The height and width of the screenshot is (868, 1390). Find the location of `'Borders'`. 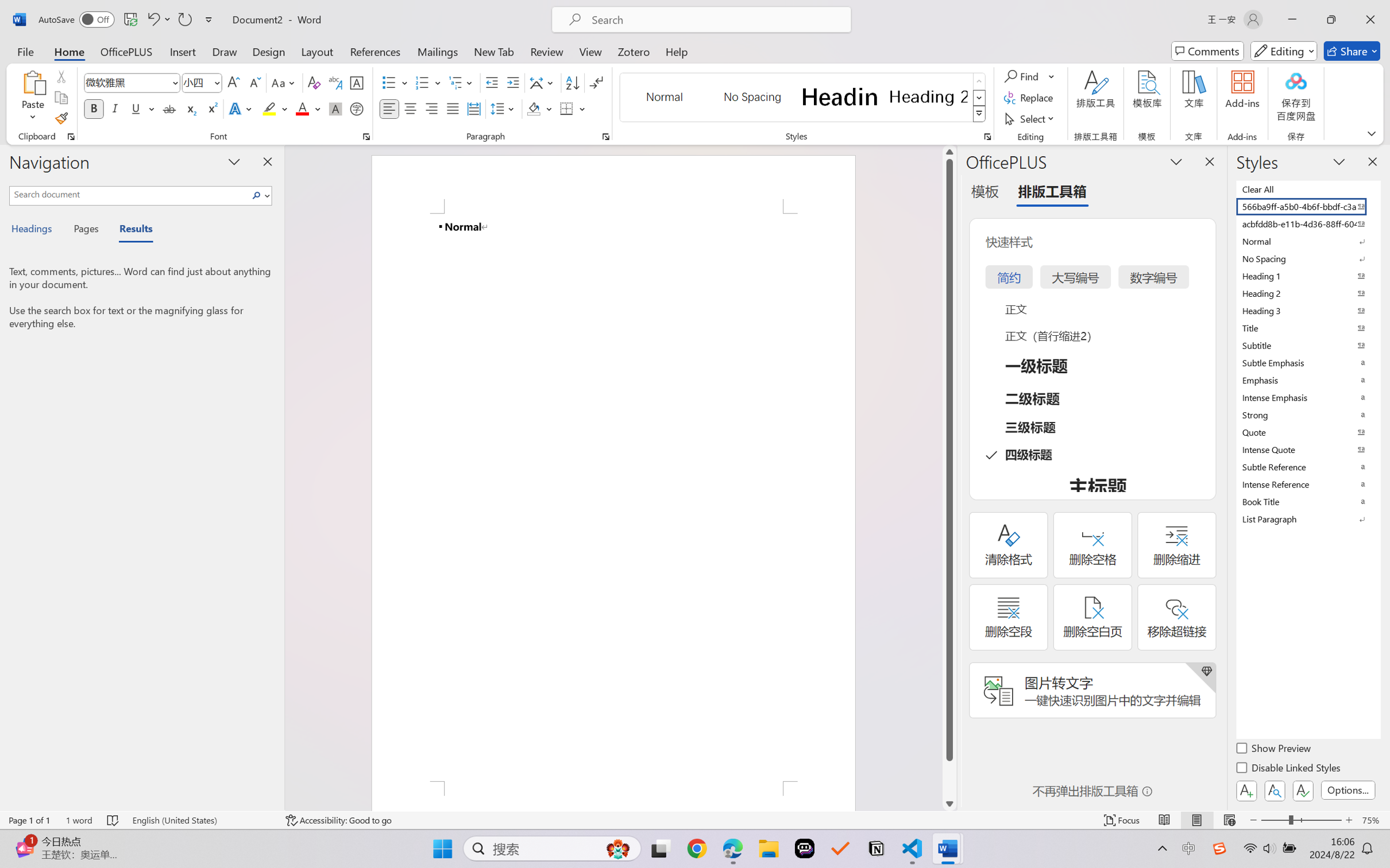

'Borders' is located at coordinates (572, 108).